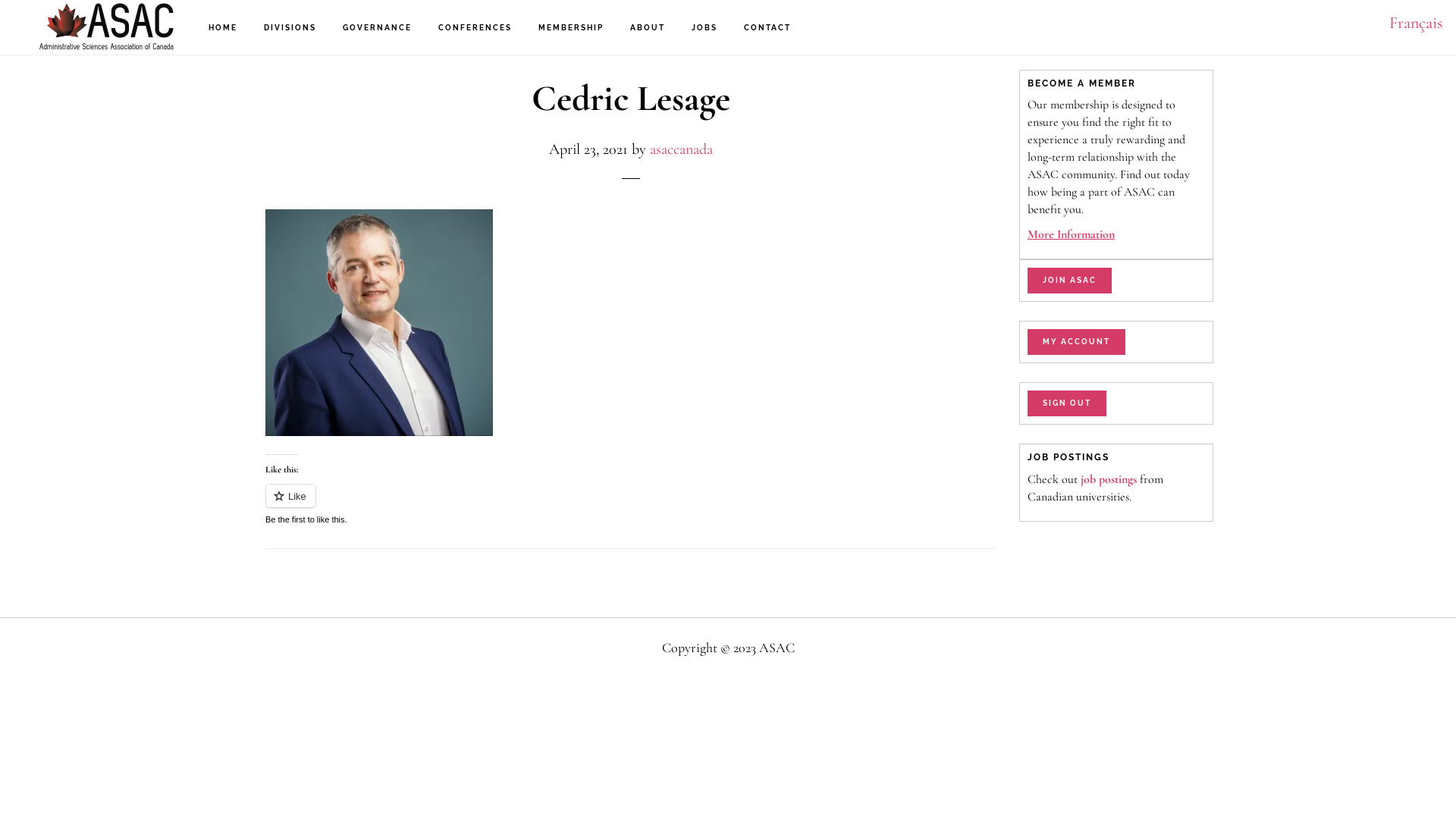  Describe the element at coordinates (1075, 342) in the screenshot. I see `'MY ACCOUNT'` at that location.